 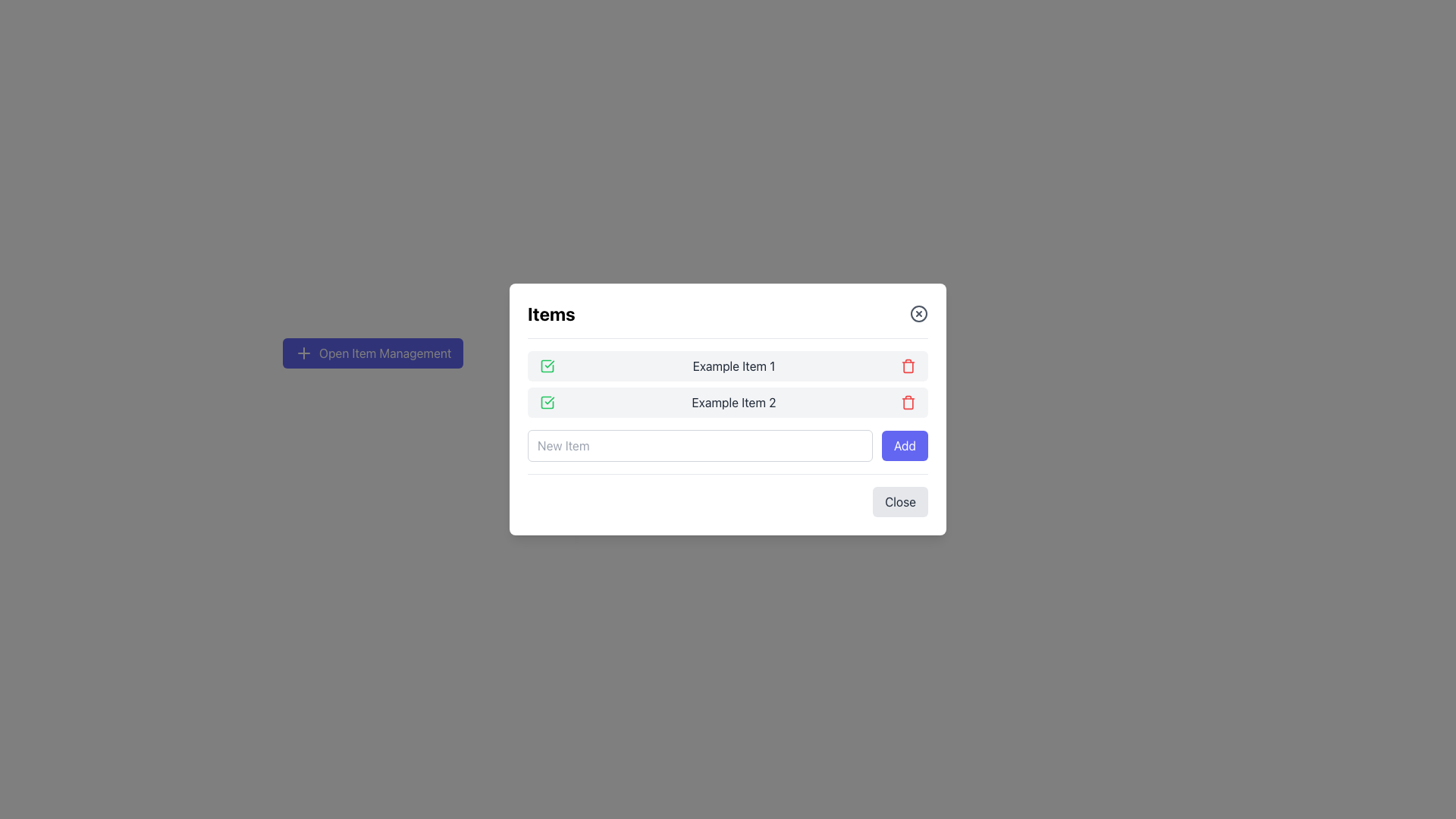 I want to click on the status indicator icon located to the left of 'Example Item 2', so click(x=546, y=402).